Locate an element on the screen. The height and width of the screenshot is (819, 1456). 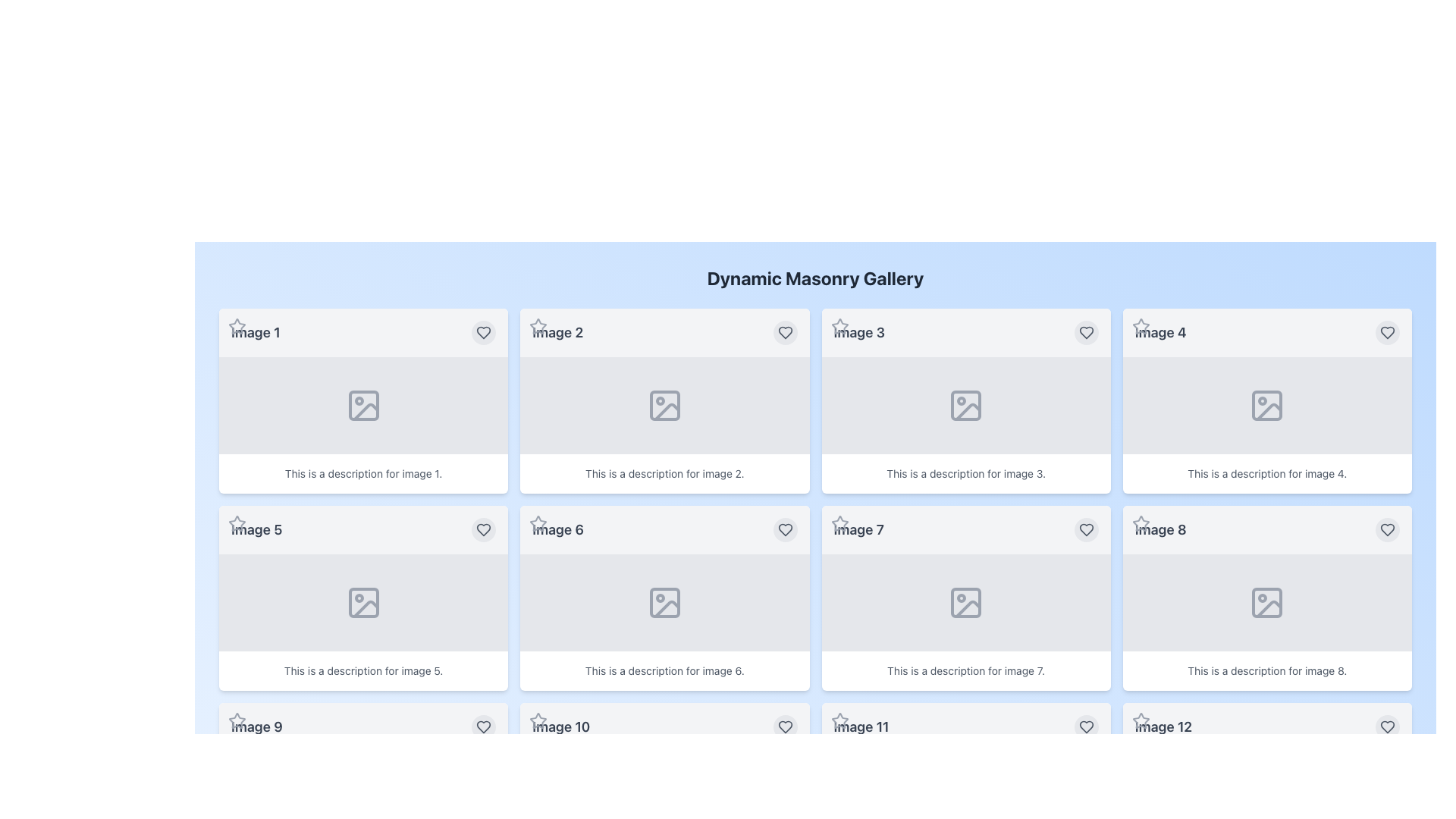
the text label displaying 'Image 6' is located at coordinates (557, 529).